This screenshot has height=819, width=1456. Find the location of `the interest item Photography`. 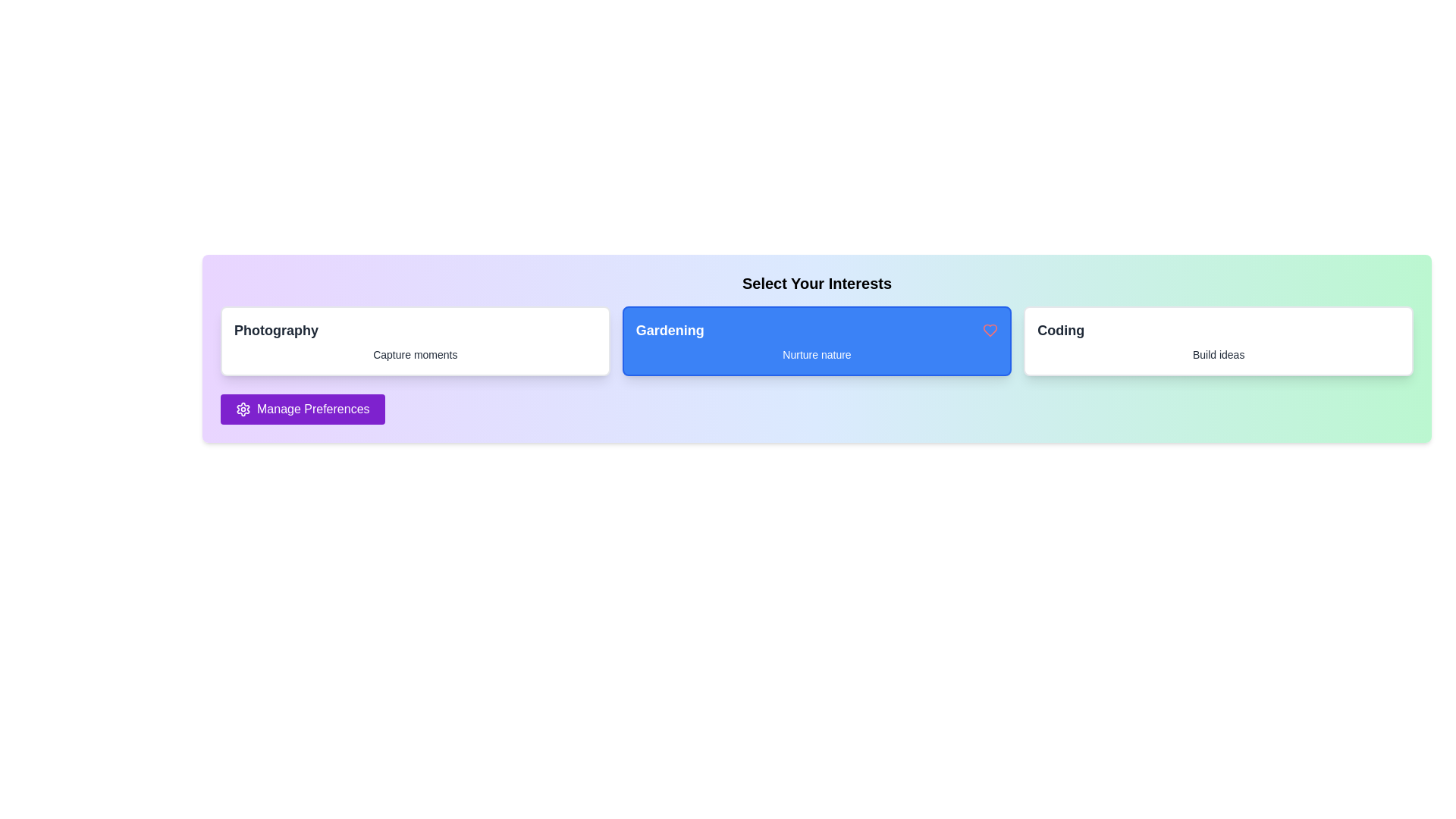

the interest item Photography is located at coordinates (415, 341).